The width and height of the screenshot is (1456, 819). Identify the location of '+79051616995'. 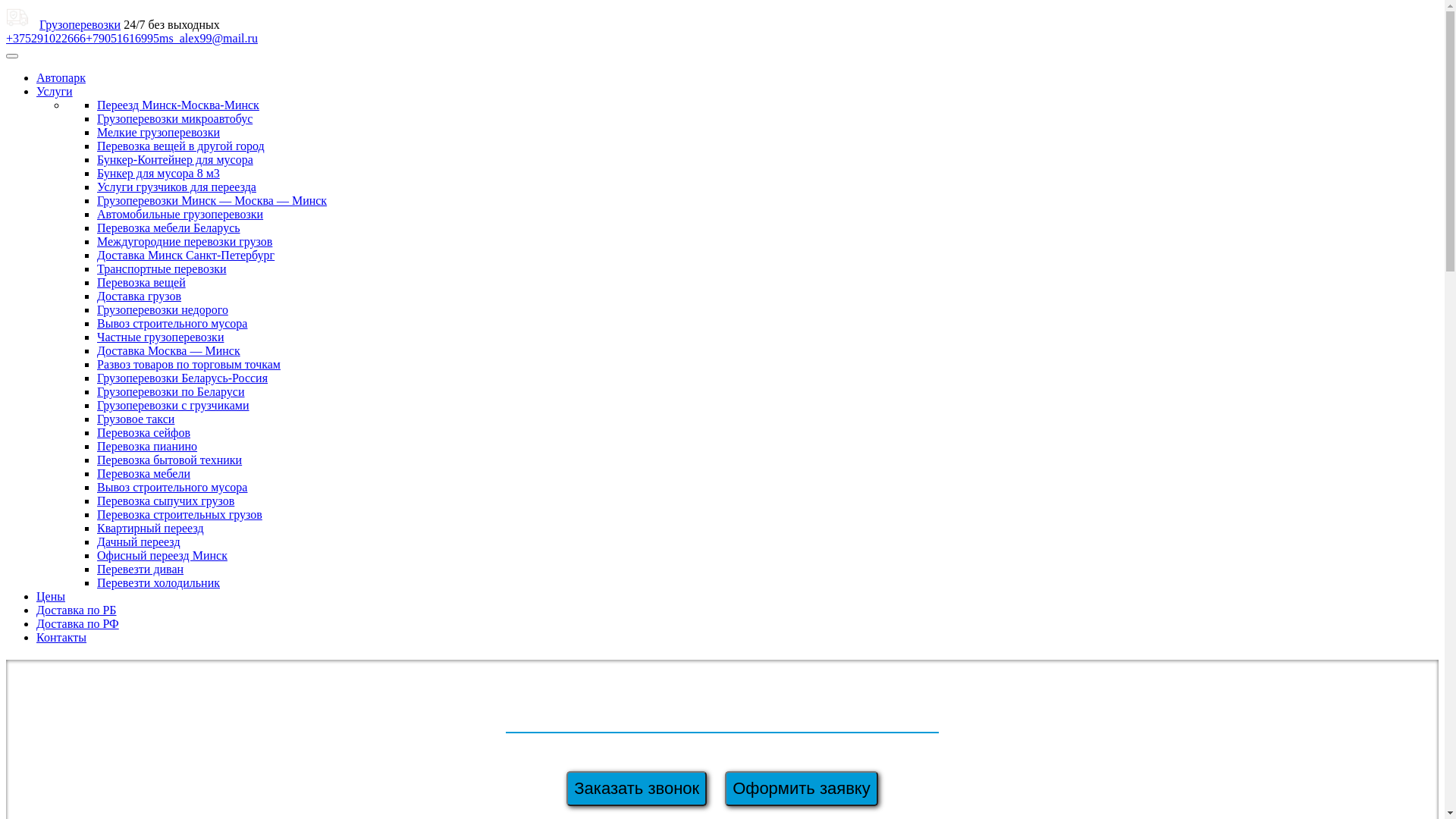
(122, 37).